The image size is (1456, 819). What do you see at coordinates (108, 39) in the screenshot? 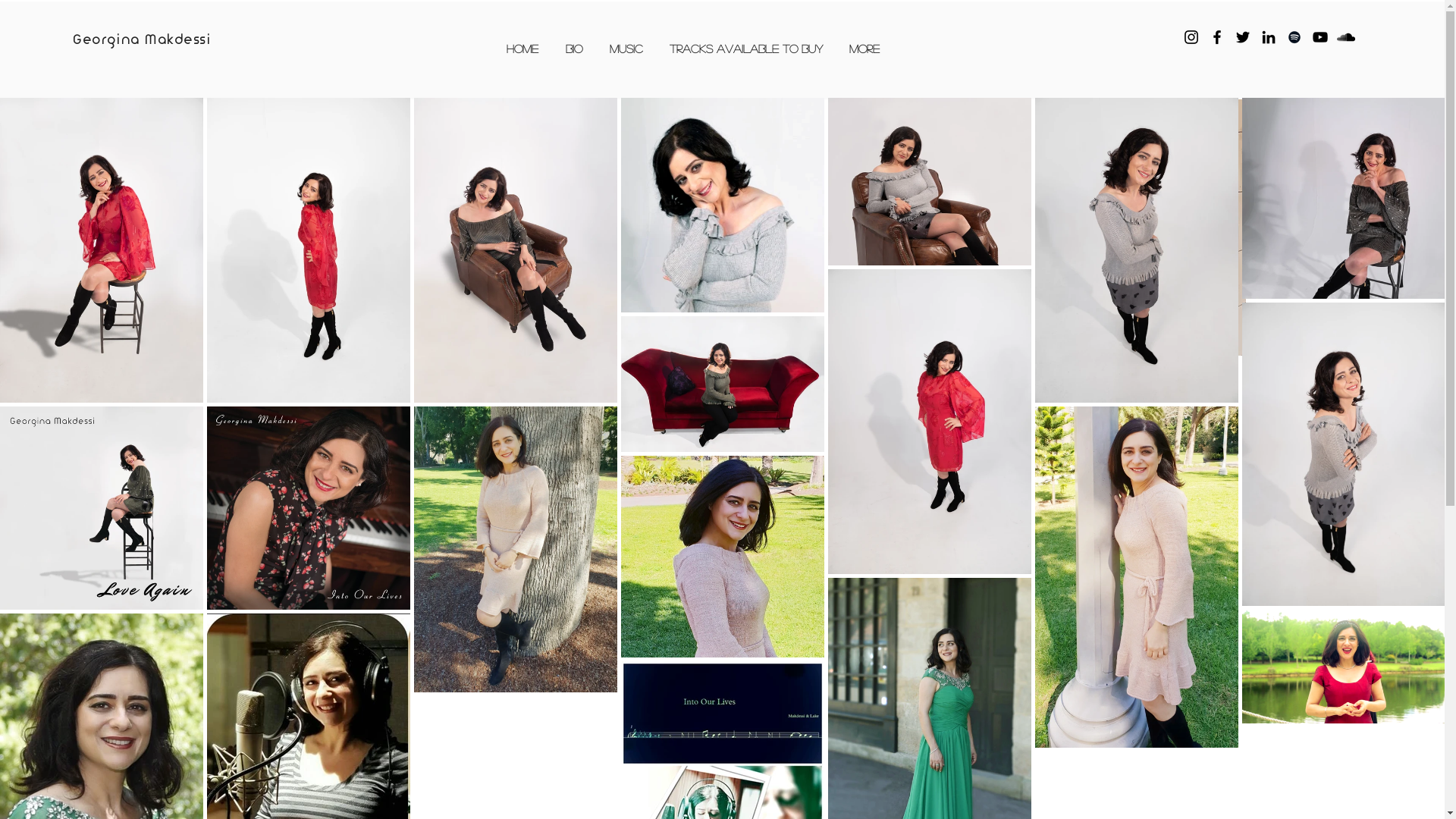
I see `'Georgina '` at bounding box center [108, 39].